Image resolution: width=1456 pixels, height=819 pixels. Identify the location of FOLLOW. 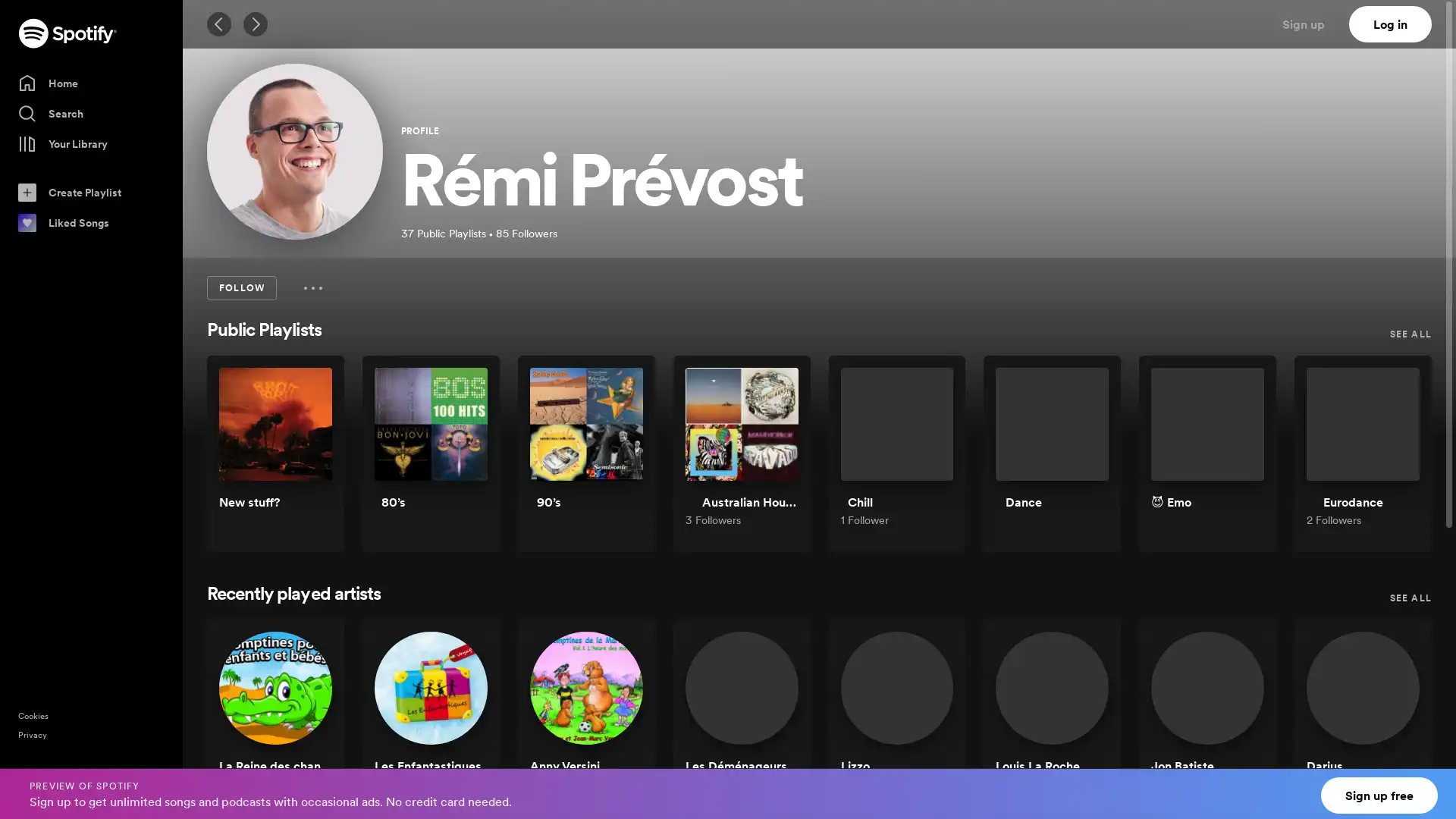
(240, 288).